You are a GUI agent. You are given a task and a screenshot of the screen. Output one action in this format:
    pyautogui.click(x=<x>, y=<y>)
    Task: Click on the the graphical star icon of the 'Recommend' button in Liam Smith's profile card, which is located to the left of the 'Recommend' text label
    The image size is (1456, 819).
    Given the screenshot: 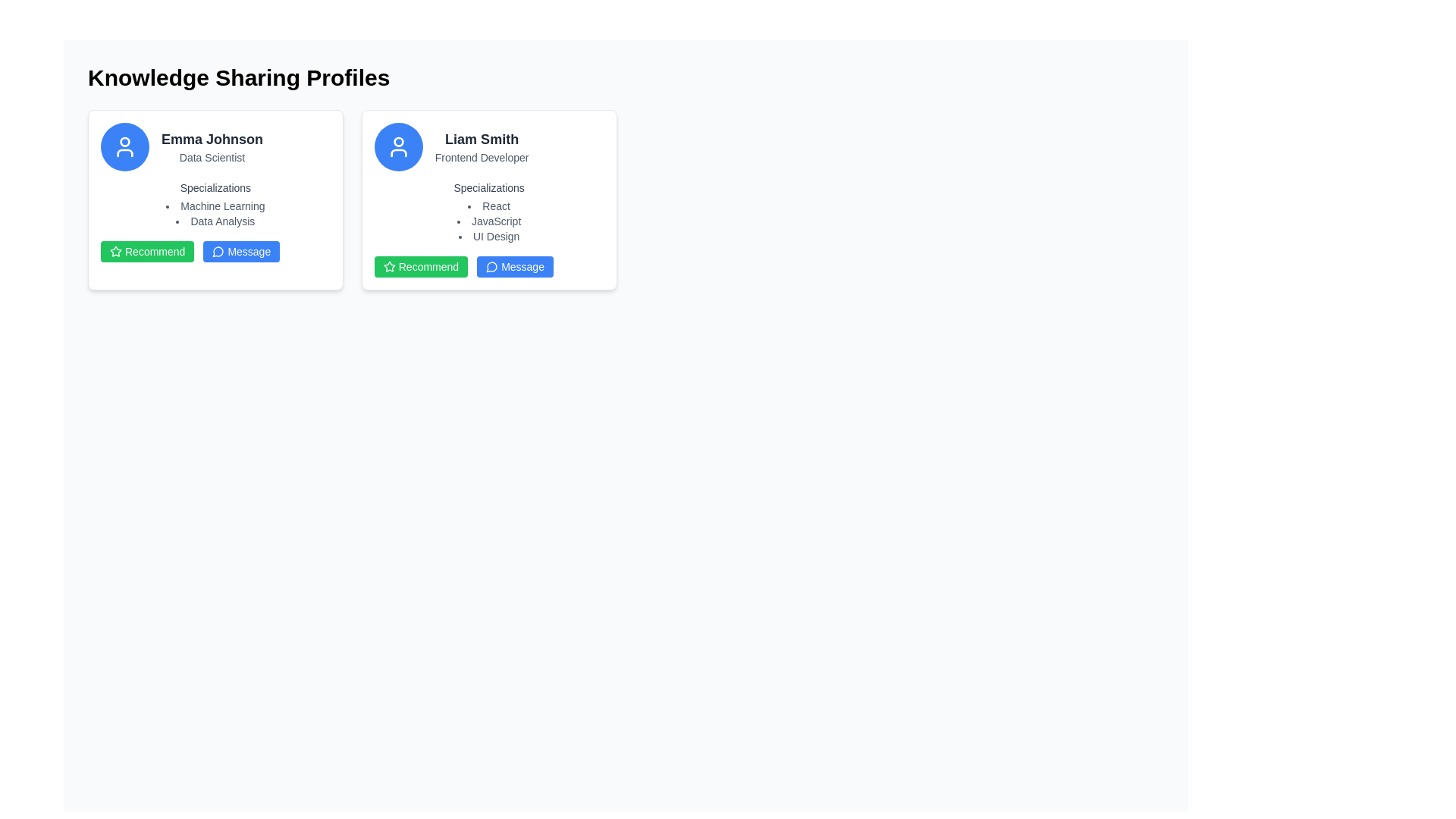 What is the action you would take?
    pyautogui.click(x=389, y=265)
    